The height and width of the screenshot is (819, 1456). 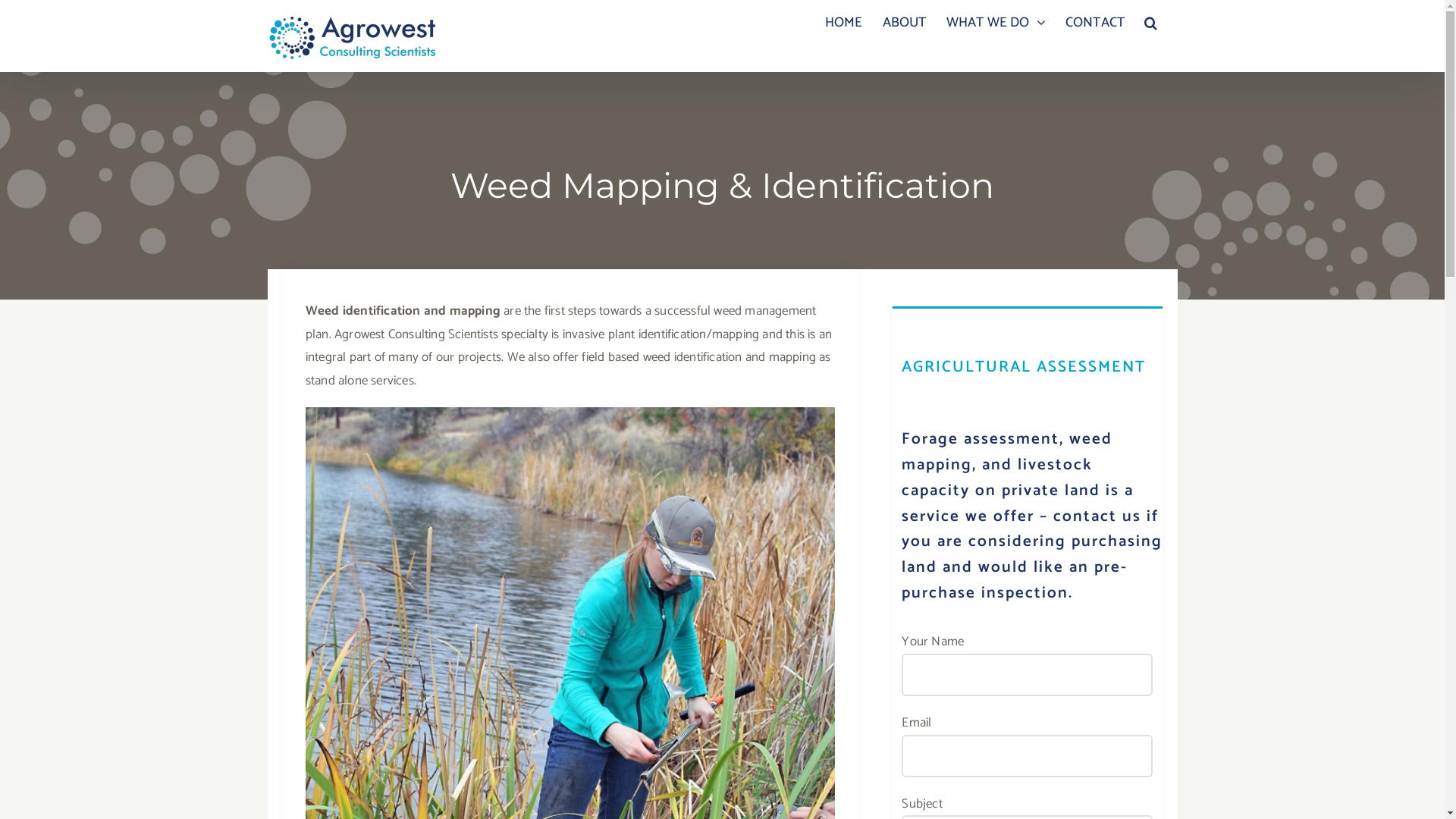 I want to click on 'WHAT WE DO', so click(x=996, y=23).